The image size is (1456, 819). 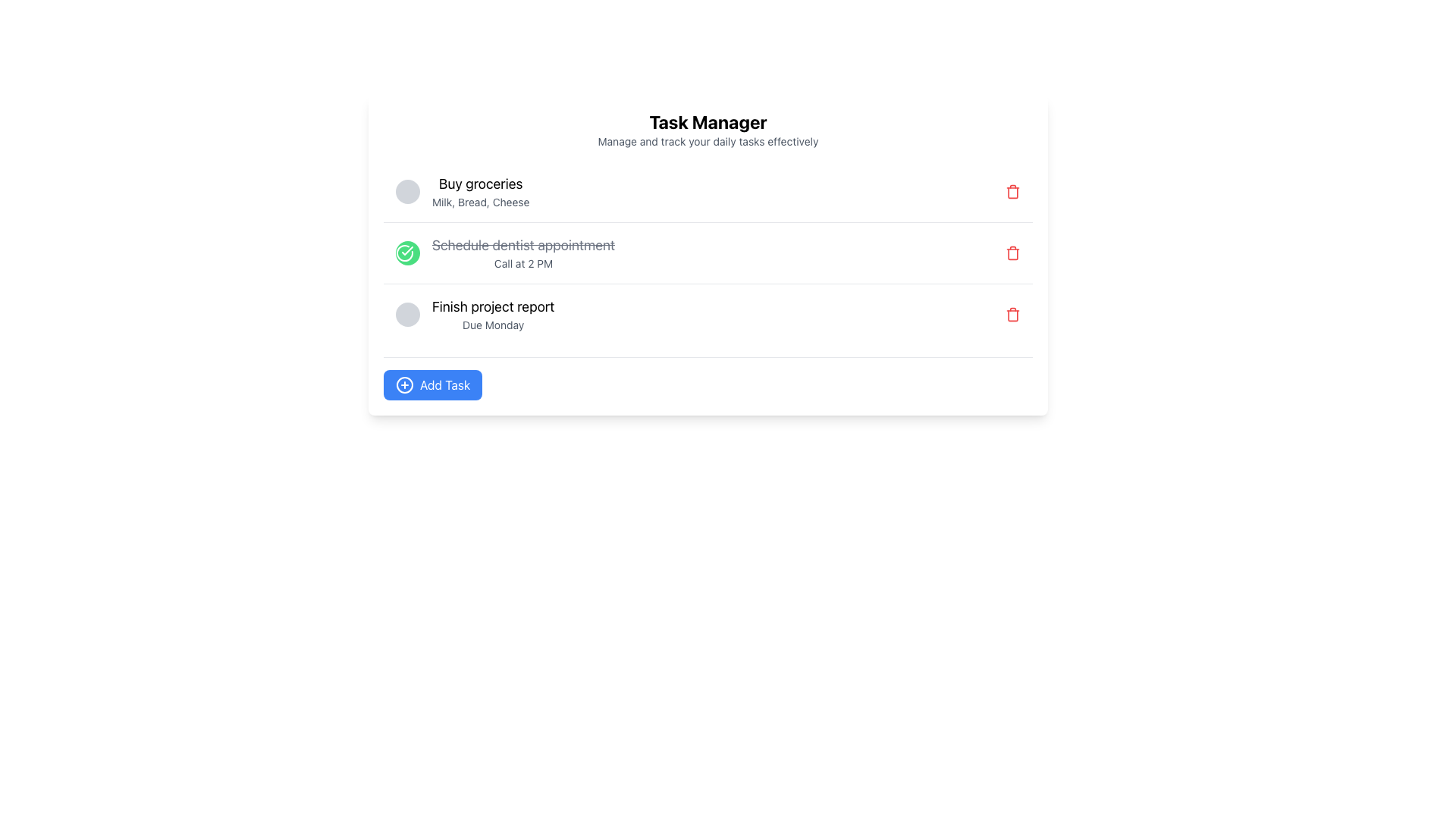 What do you see at coordinates (708, 121) in the screenshot?
I see `the 'Task Manager' text display which is bold and large, located at the top center of the interface` at bounding box center [708, 121].